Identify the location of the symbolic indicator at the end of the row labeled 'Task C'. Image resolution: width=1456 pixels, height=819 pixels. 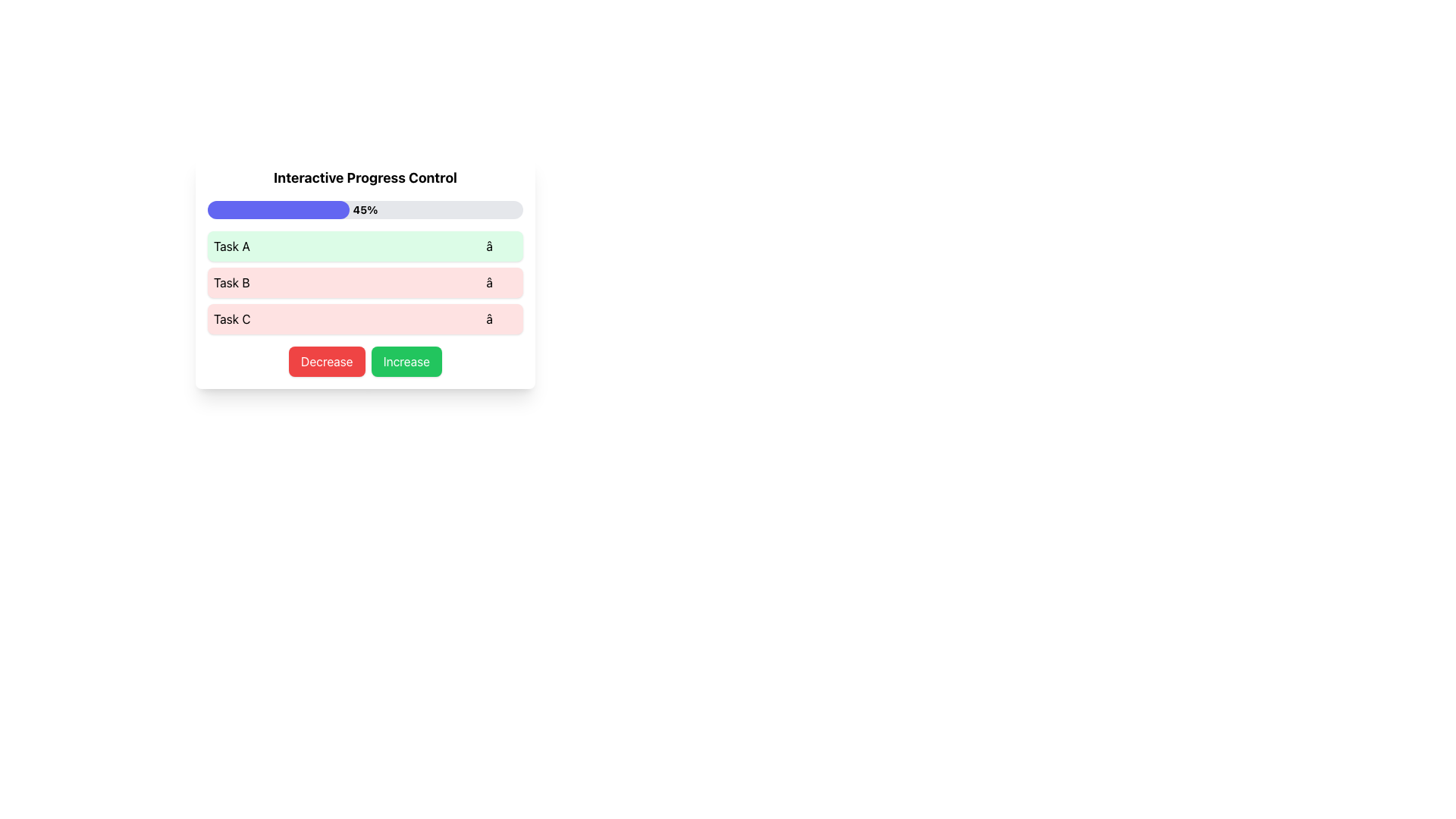
(501, 318).